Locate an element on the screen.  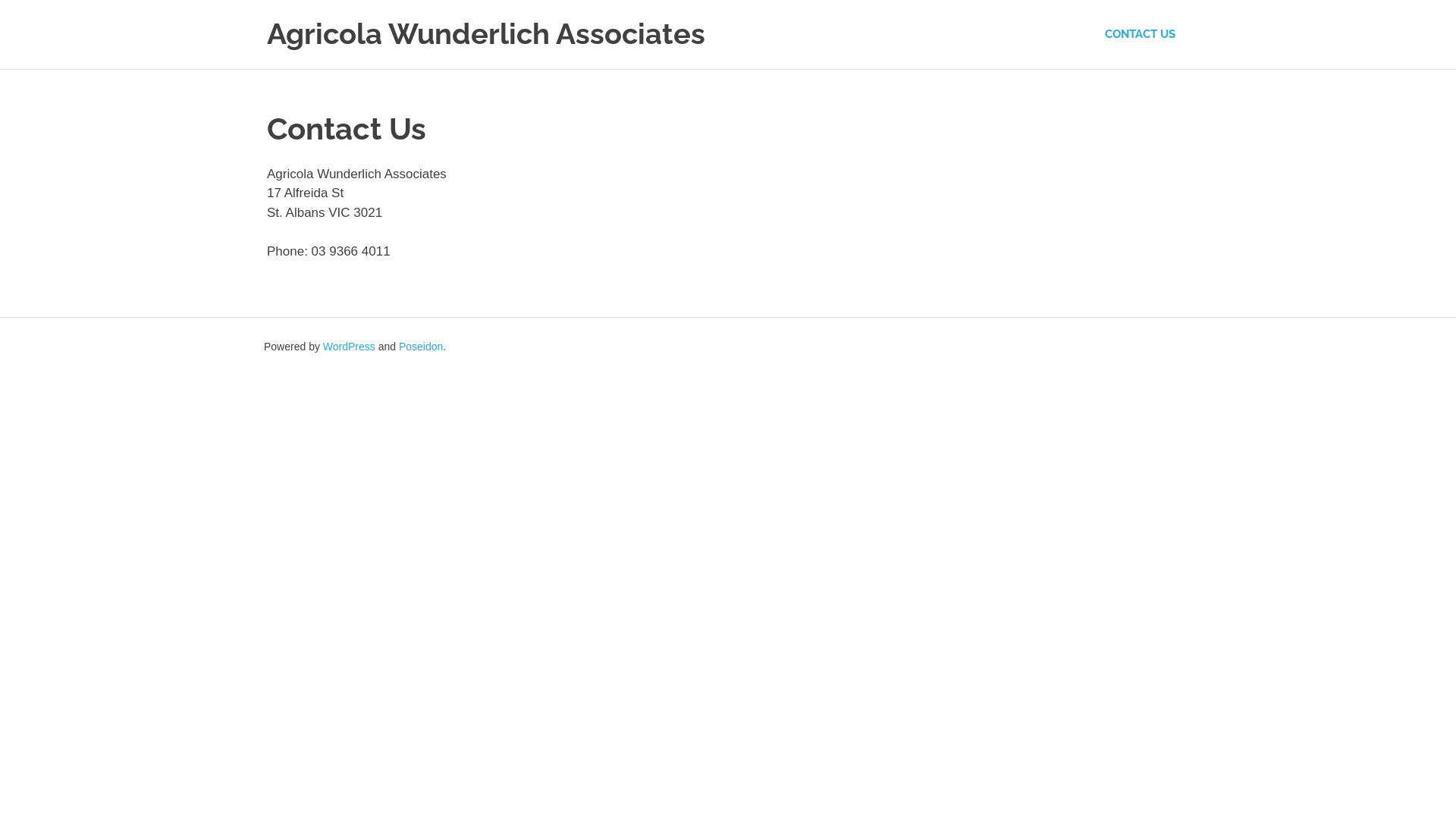
'Poseidon' is located at coordinates (421, 345).